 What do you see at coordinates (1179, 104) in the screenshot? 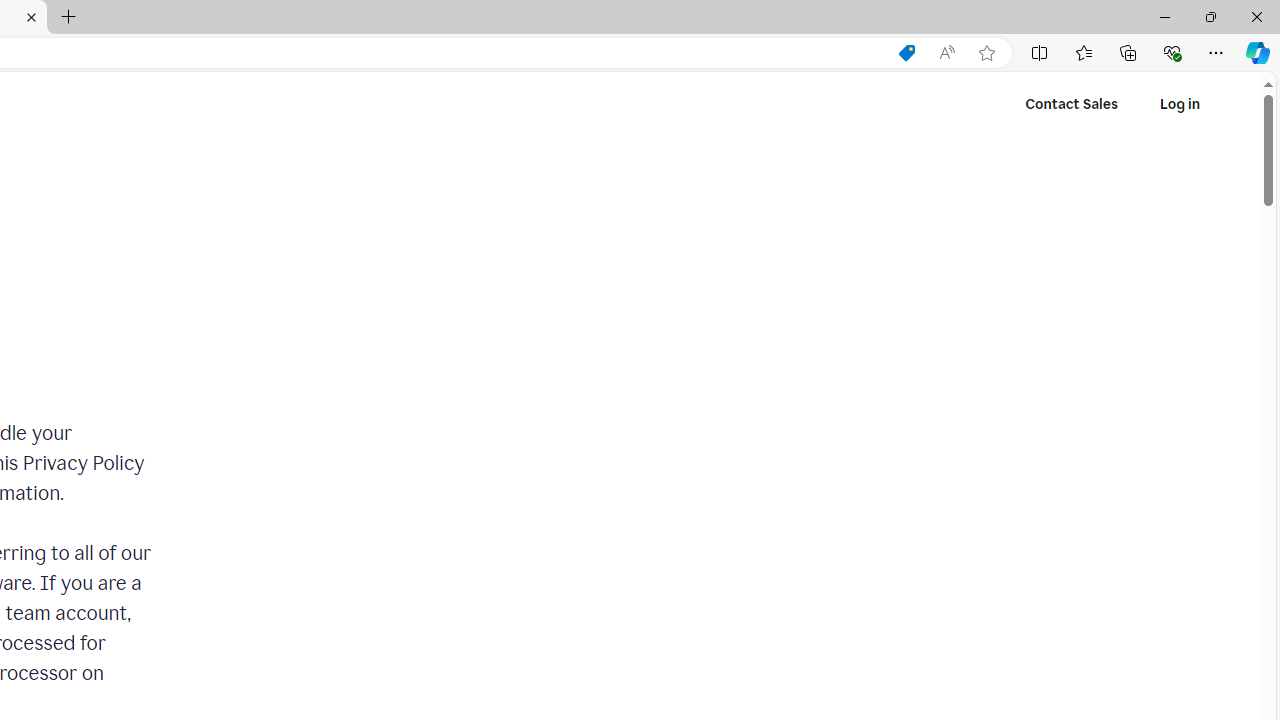
I see `'Log in'` at bounding box center [1179, 104].